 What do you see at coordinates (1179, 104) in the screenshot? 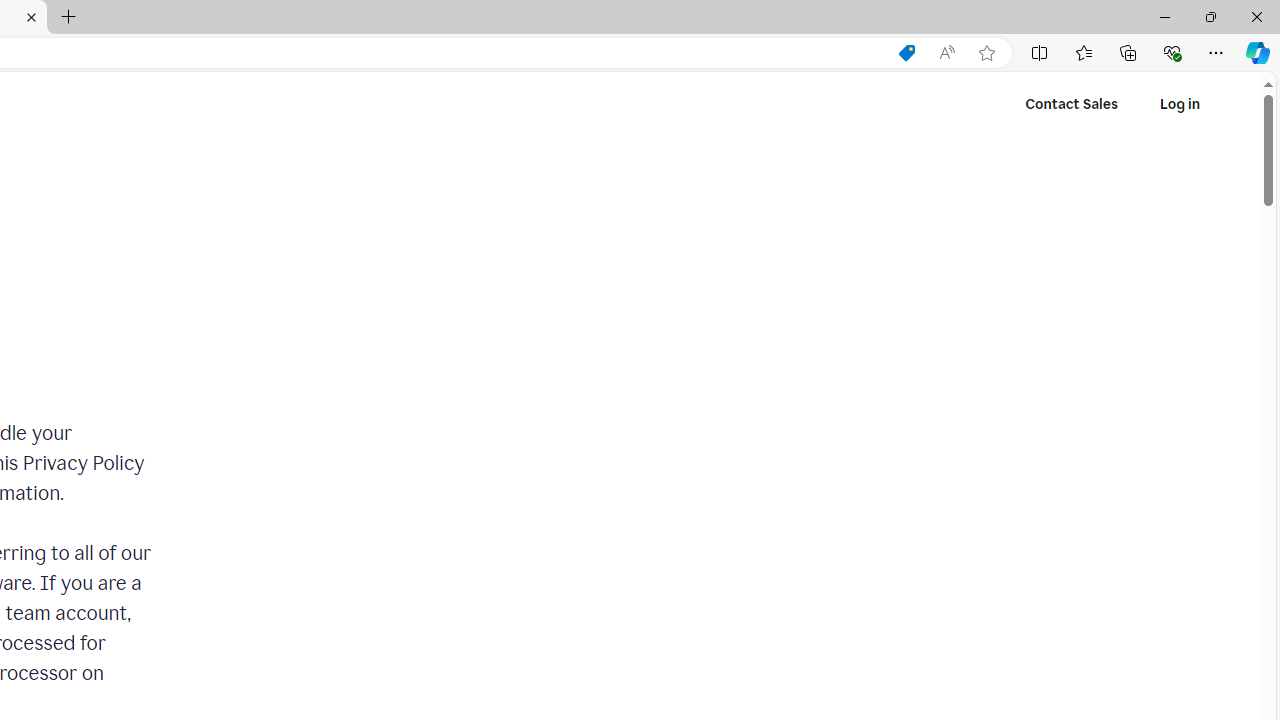
I see `'Log in'` at bounding box center [1179, 104].